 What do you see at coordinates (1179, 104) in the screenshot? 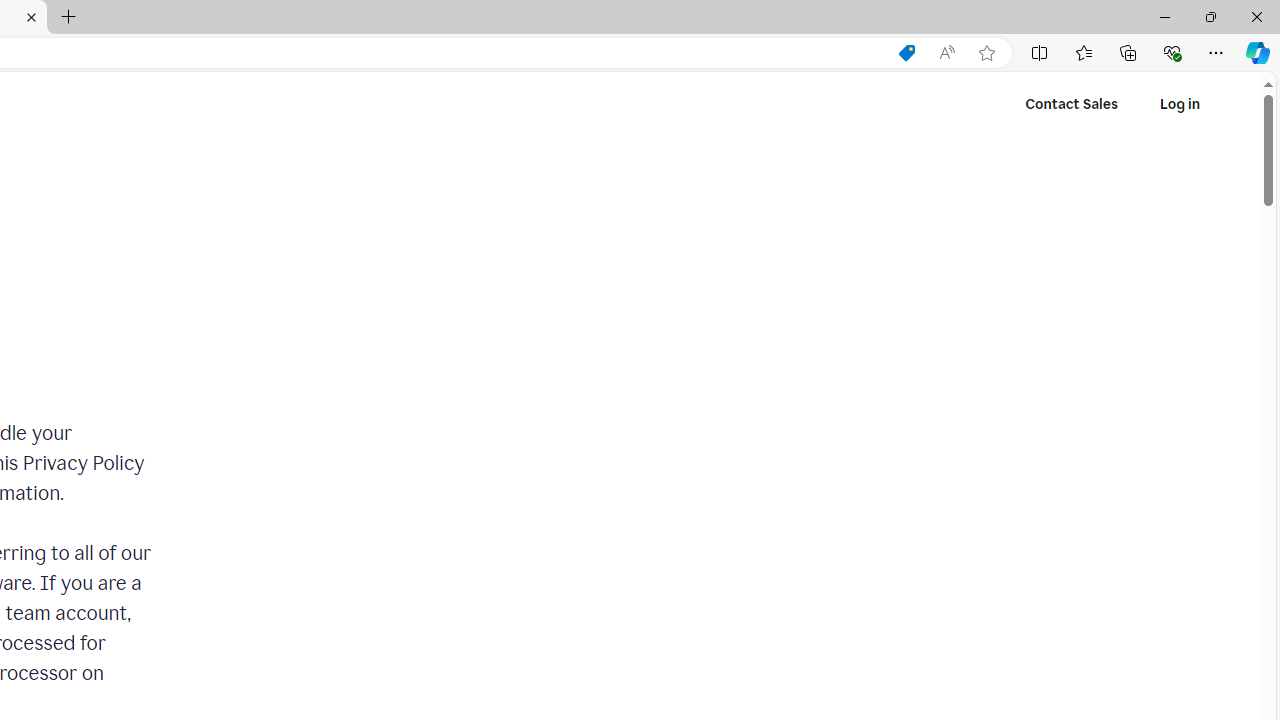
I see `'Log in'` at bounding box center [1179, 104].